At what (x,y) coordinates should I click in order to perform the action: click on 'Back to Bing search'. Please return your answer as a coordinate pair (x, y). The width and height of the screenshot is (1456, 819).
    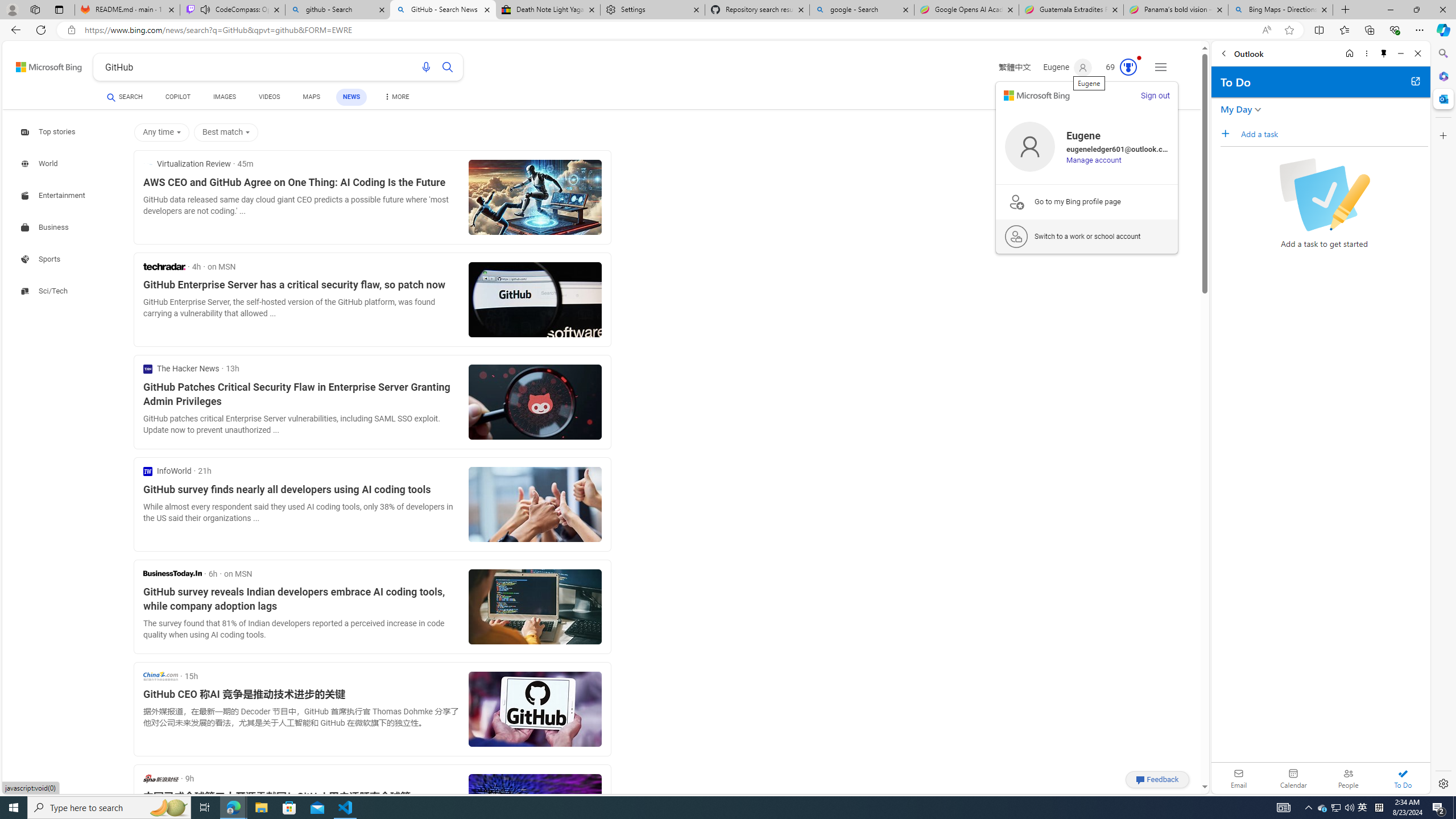
    Looking at the image, I should click on (42, 64).